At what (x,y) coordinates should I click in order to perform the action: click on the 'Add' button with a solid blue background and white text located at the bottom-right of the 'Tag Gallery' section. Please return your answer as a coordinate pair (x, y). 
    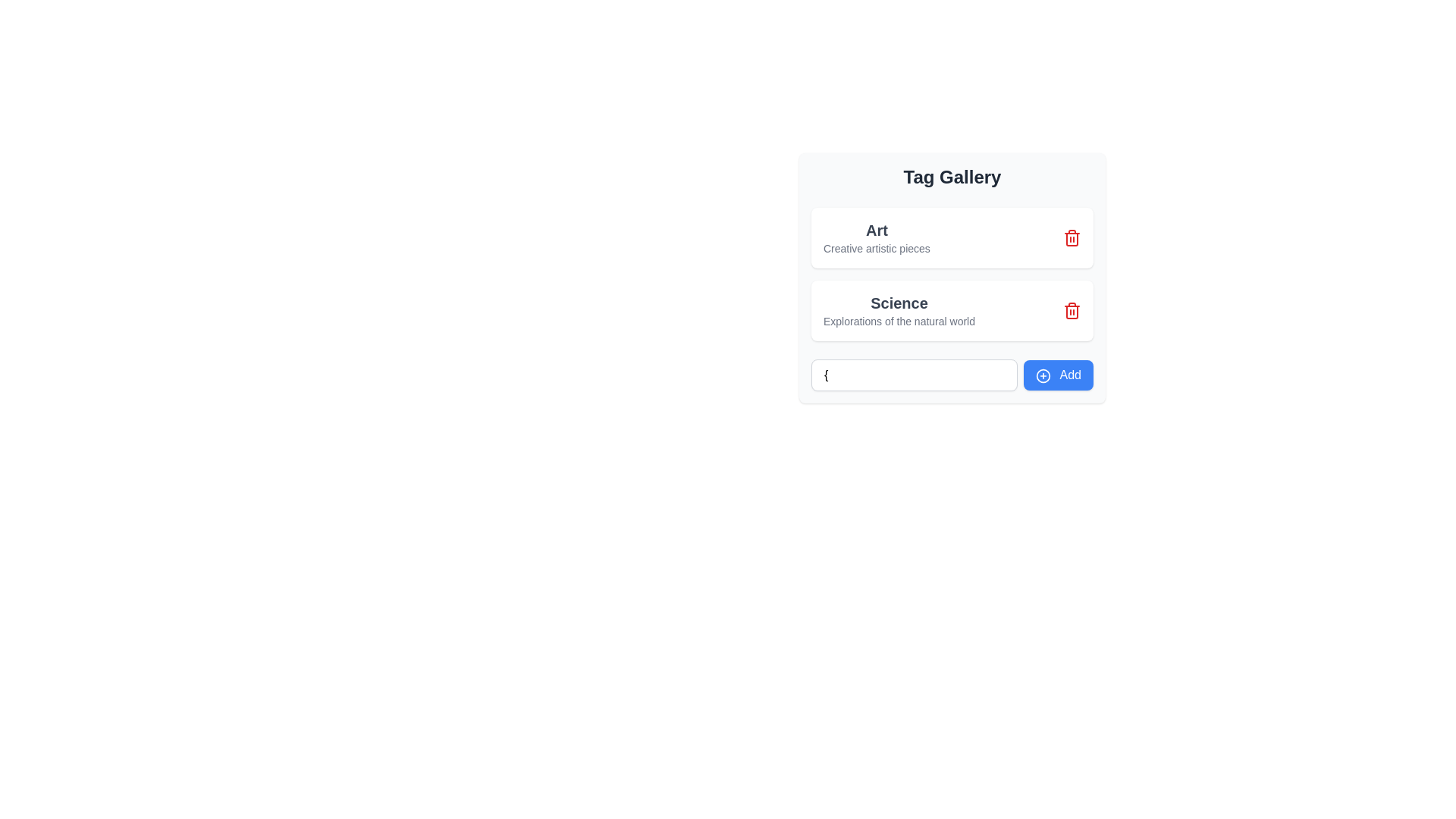
    Looking at the image, I should click on (1058, 375).